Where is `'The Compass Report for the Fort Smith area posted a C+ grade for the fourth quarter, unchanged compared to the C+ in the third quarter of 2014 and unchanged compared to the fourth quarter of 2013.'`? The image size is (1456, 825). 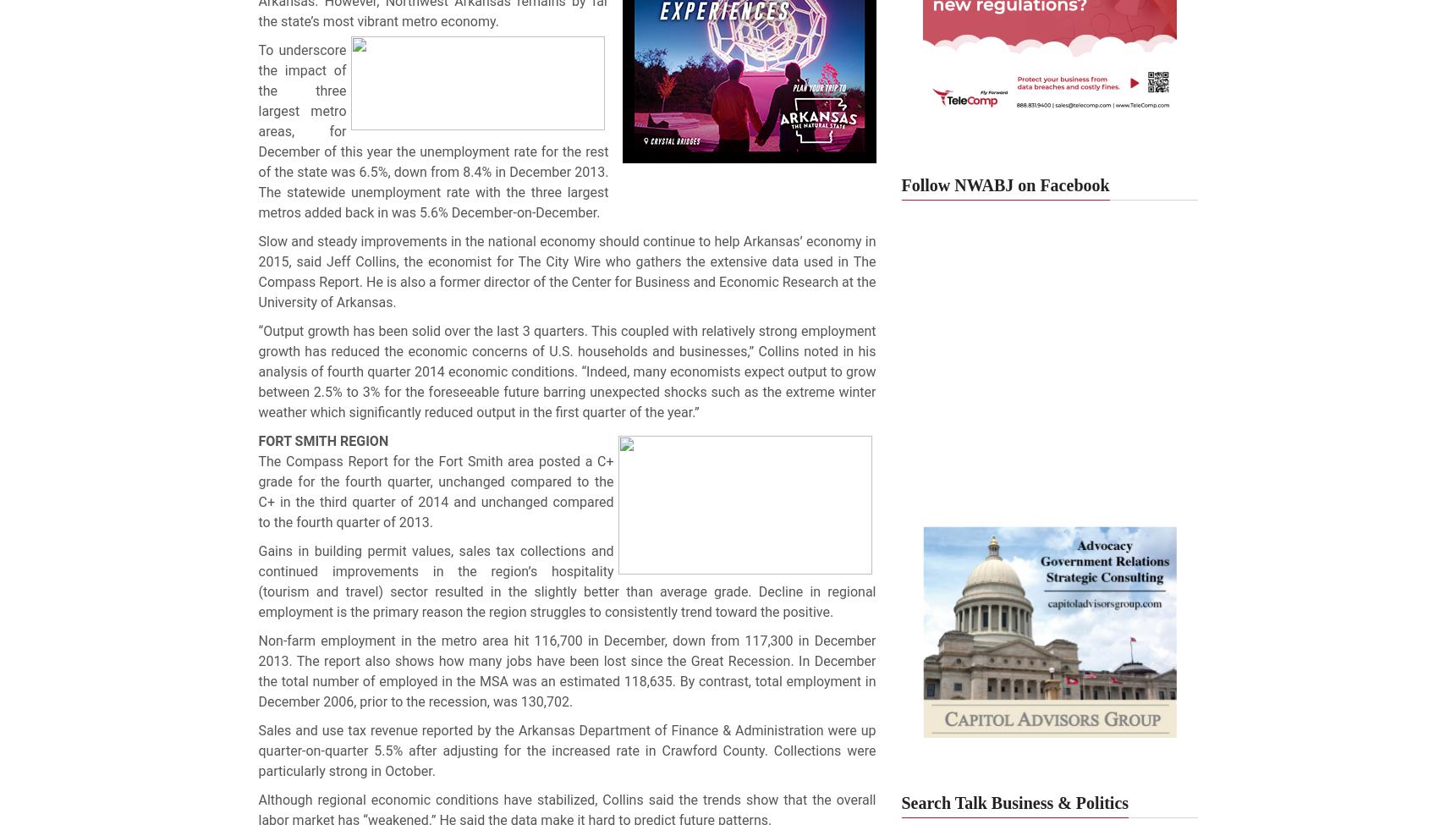 'The Compass Report for the Fort Smith area posted a C+ grade for the fourth quarter, unchanged compared to the C+ in the third quarter of 2014 and unchanged compared to the fourth quarter of 2013.' is located at coordinates (435, 491).